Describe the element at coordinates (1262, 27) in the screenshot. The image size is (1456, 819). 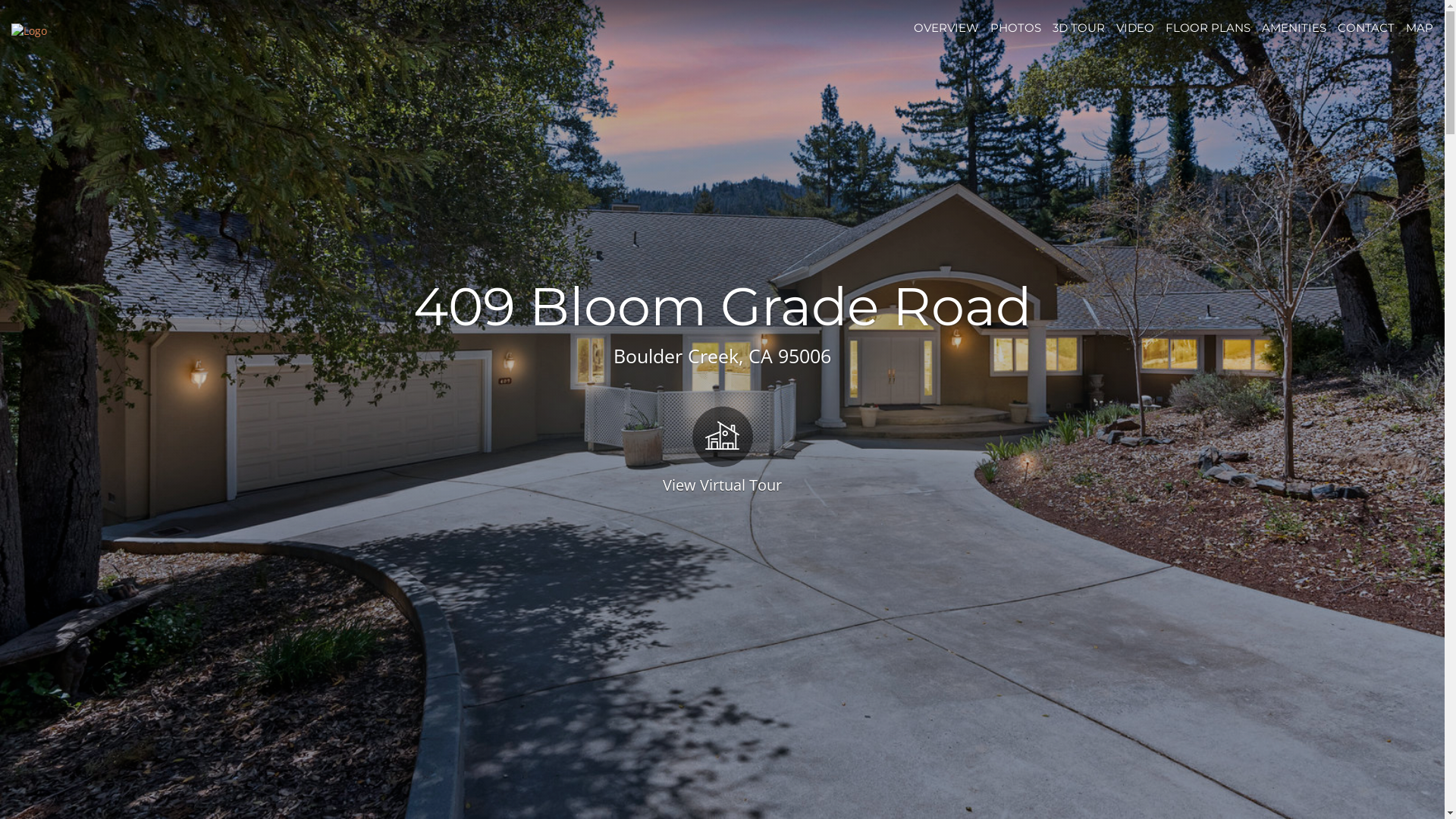
I see `'AMENITIES'` at that location.